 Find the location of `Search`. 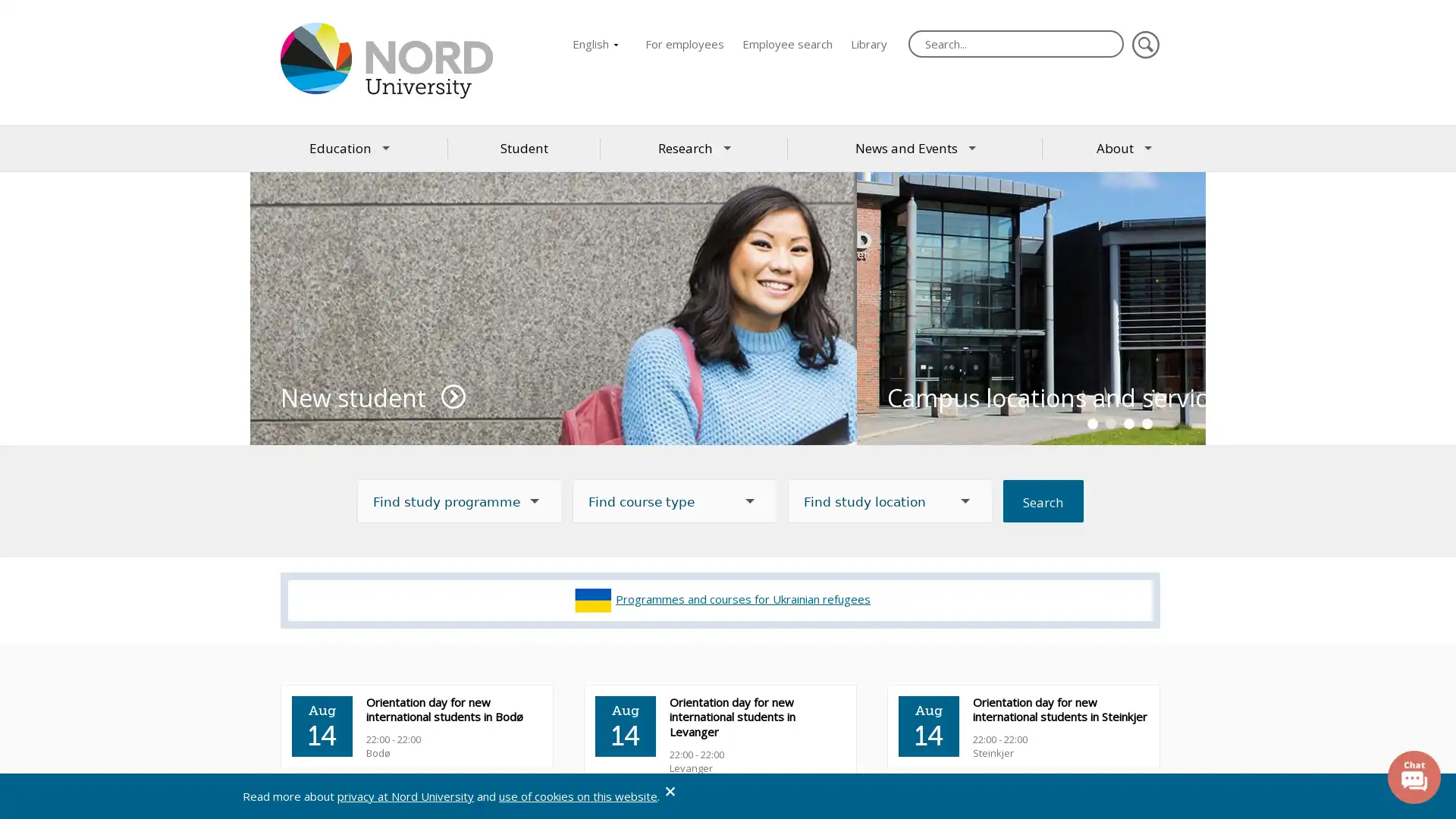

Search is located at coordinates (1043, 500).